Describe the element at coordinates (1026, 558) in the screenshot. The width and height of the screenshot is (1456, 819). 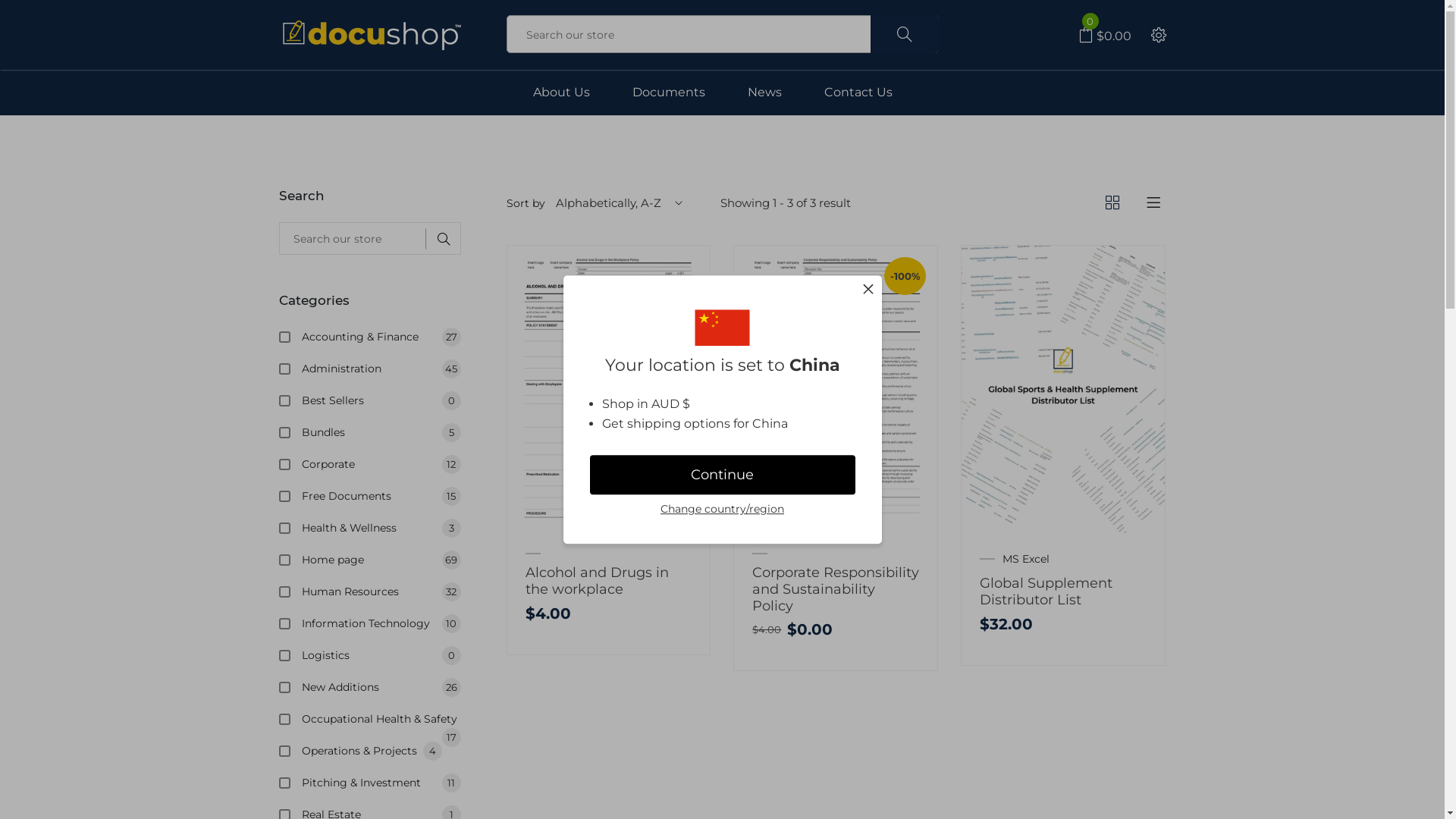
I see `'MS Excel'` at that location.